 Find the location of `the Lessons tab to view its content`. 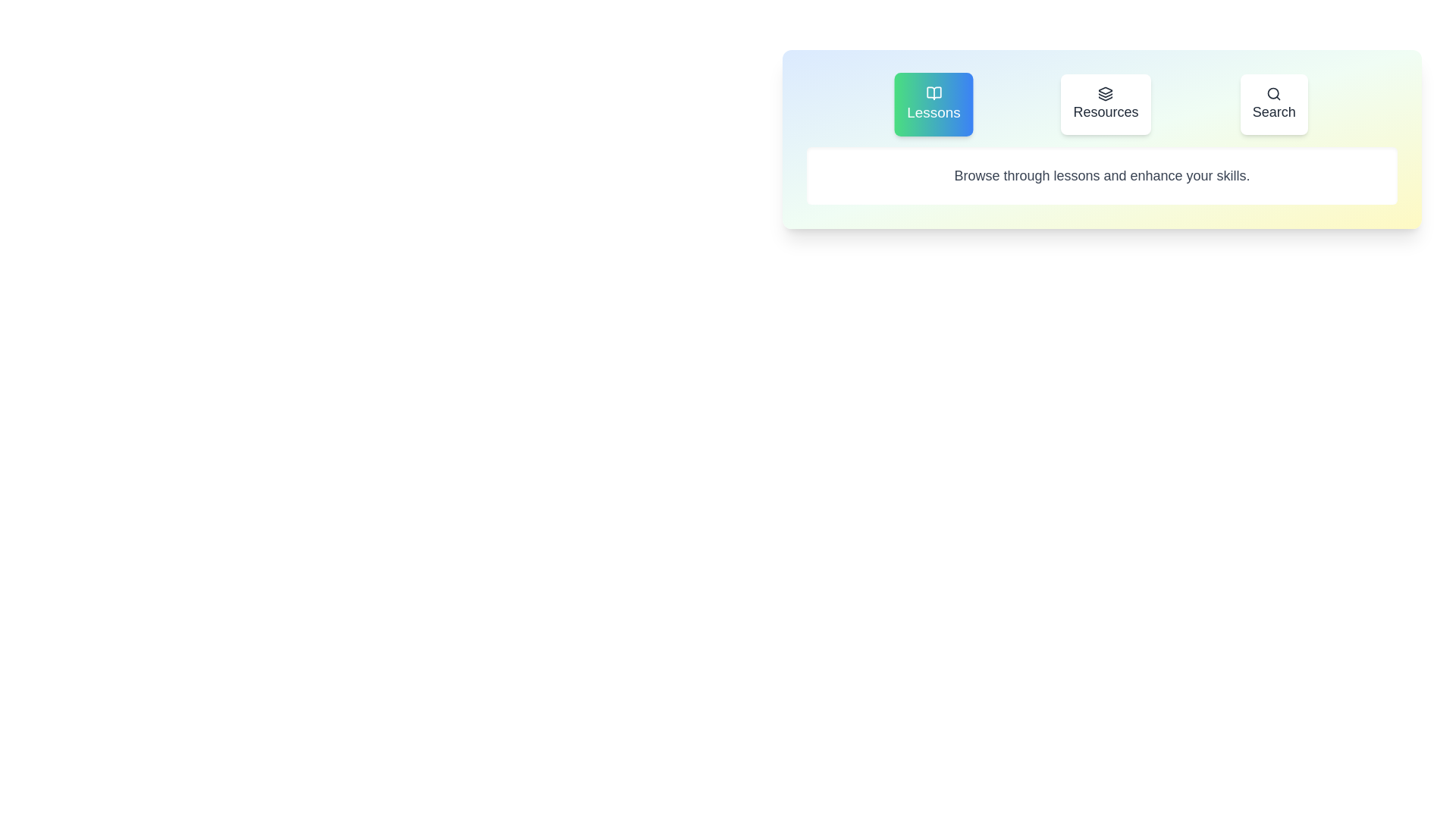

the Lessons tab to view its content is located at coordinates (933, 104).